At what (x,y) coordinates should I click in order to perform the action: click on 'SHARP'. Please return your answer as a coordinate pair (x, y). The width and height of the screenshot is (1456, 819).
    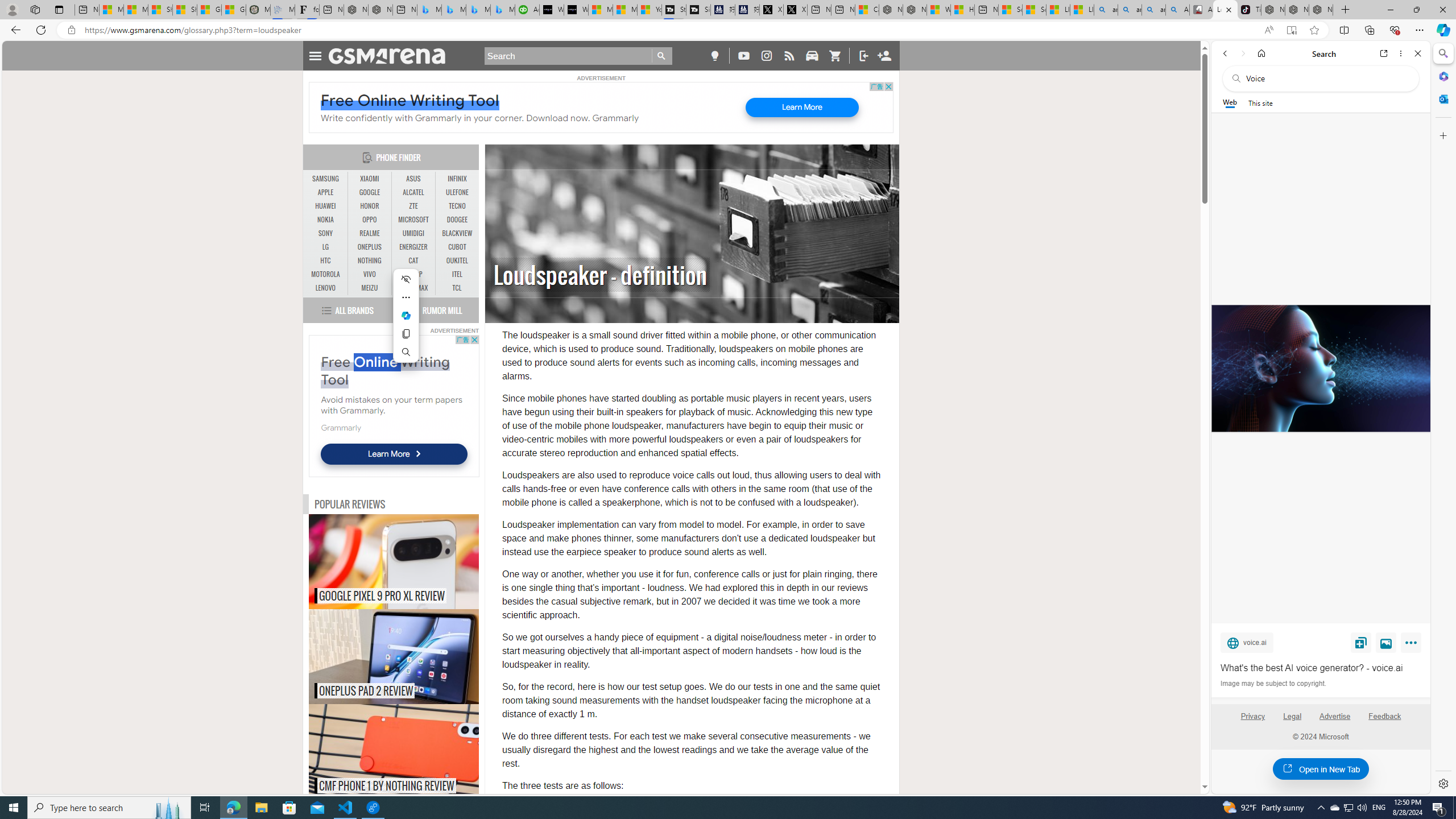
    Looking at the image, I should click on (413, 274).